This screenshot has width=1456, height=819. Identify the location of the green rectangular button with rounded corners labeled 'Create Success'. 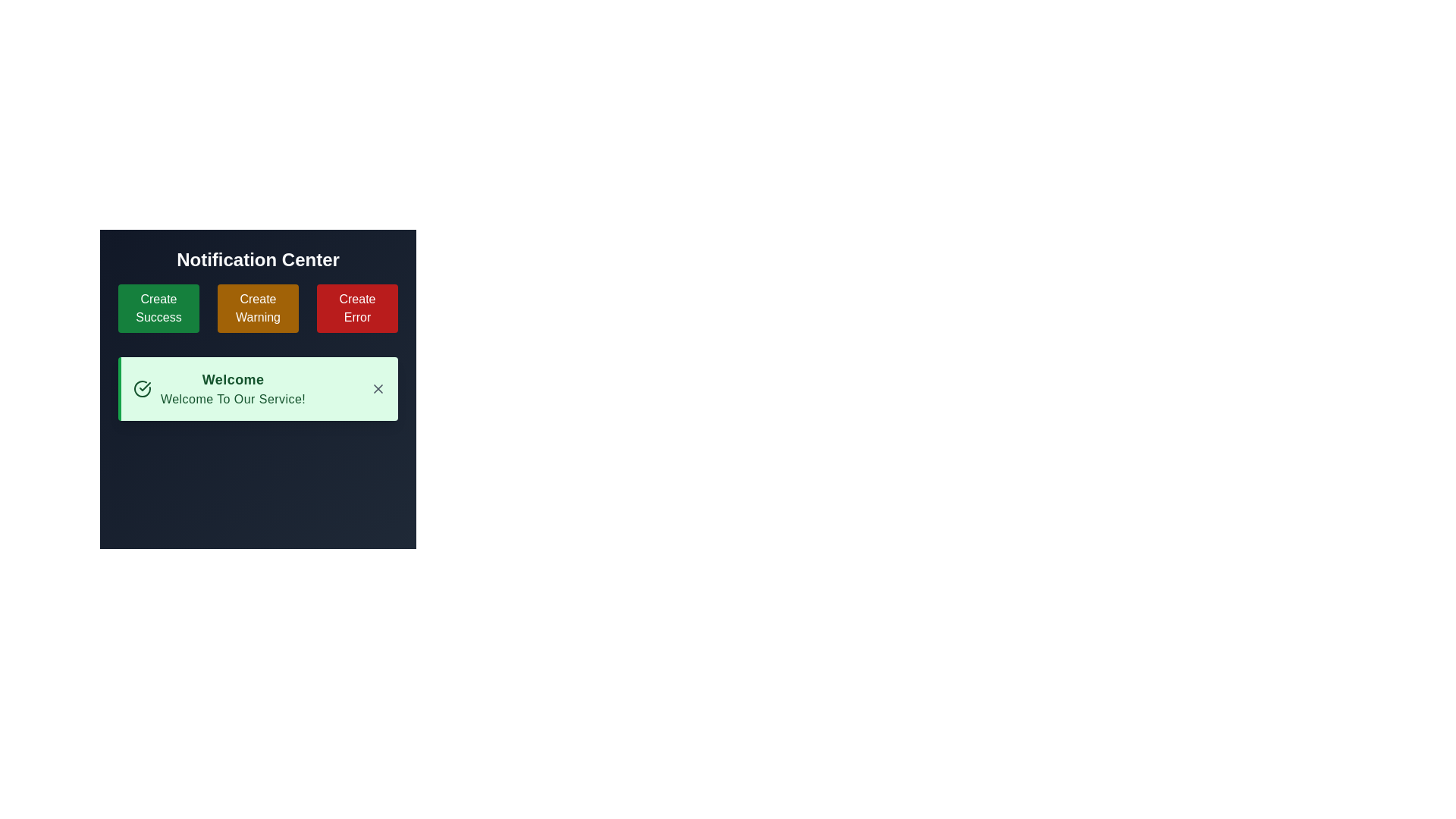
(158, 308).